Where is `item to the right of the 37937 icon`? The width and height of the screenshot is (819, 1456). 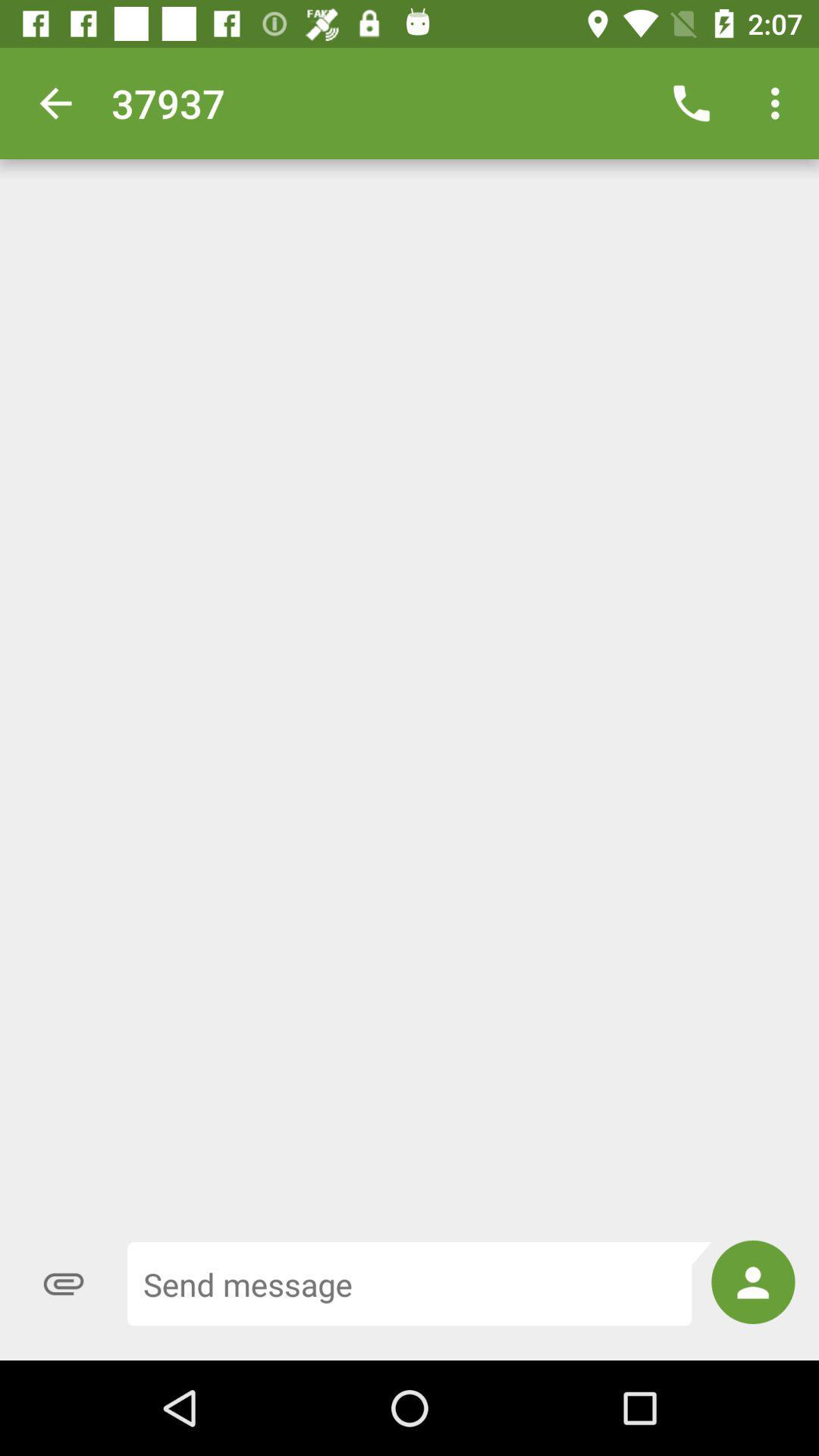 item to the right of the 37937 icon is located at coordinates (691, 102).